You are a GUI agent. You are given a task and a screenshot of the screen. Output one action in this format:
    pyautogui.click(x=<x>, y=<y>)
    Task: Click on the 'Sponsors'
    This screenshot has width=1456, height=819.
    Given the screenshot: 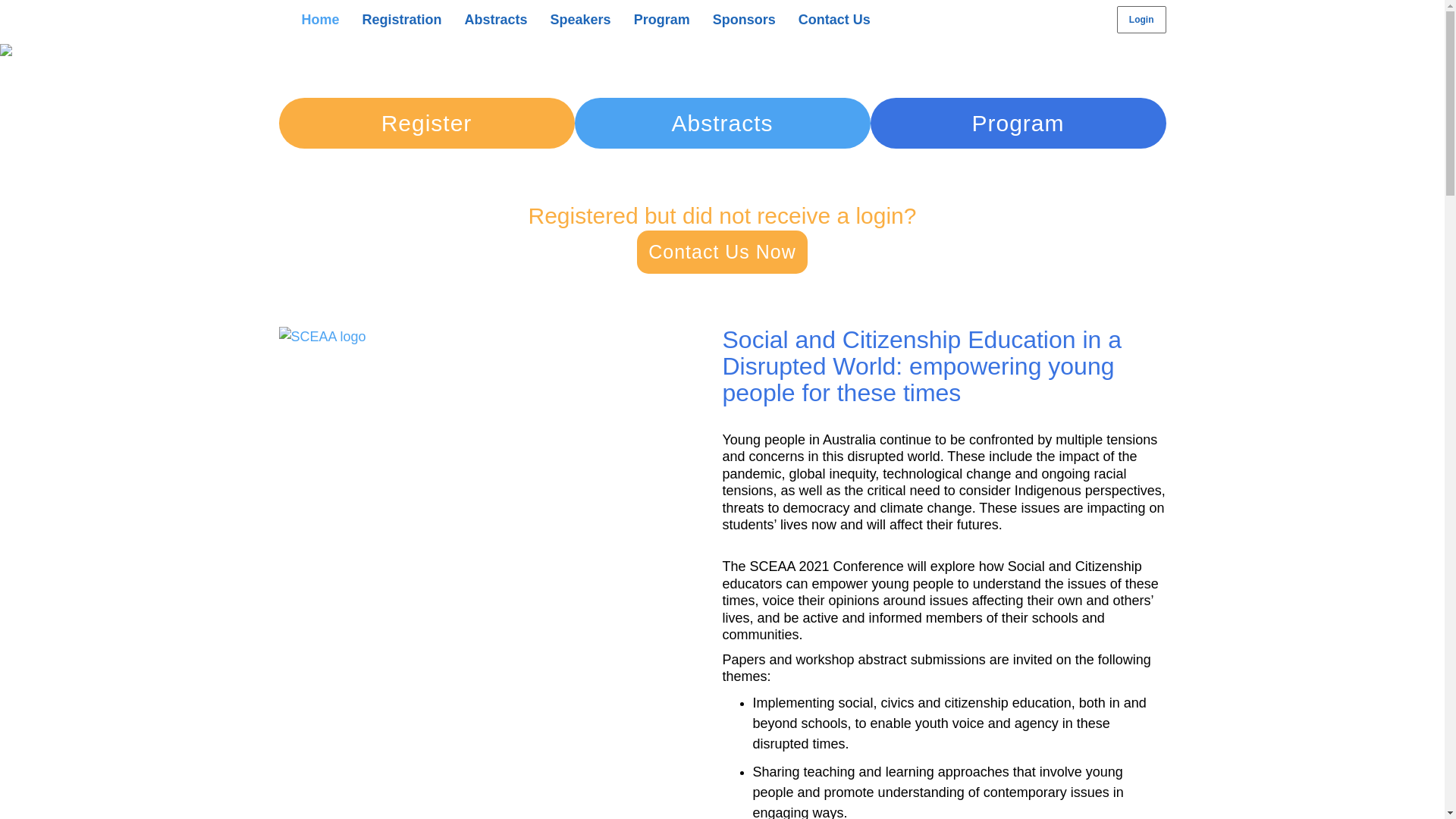 What is the action you would take?
    pyautogui.click(x=744, y=20)
    